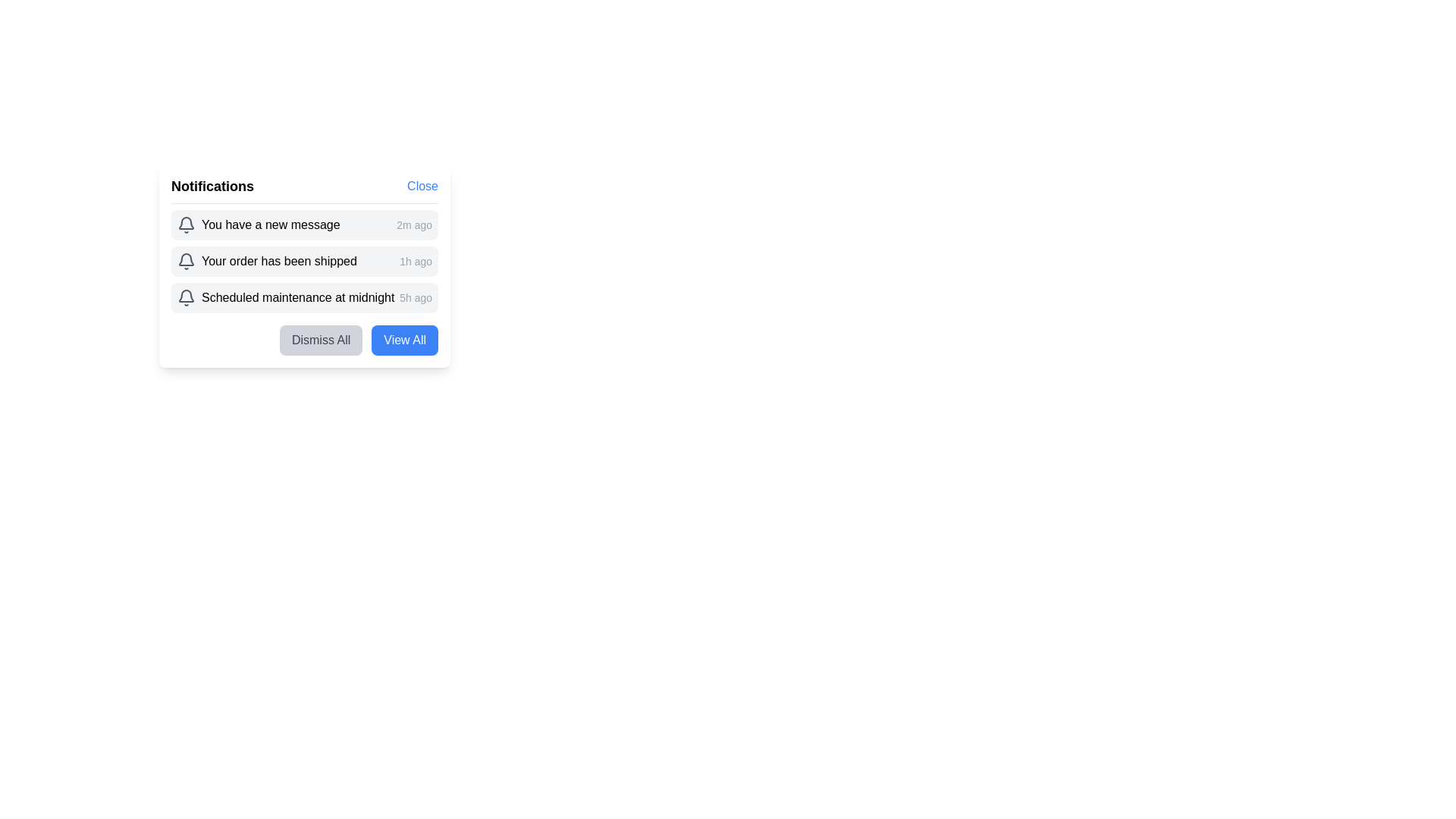 The image size is (1456, 819). I want to click on the notification list item associated with the bell-shaped SVG icon that has a gray outline, located in the upper-left corner of the notifications panel as the third item in the list, so click(185, 296).